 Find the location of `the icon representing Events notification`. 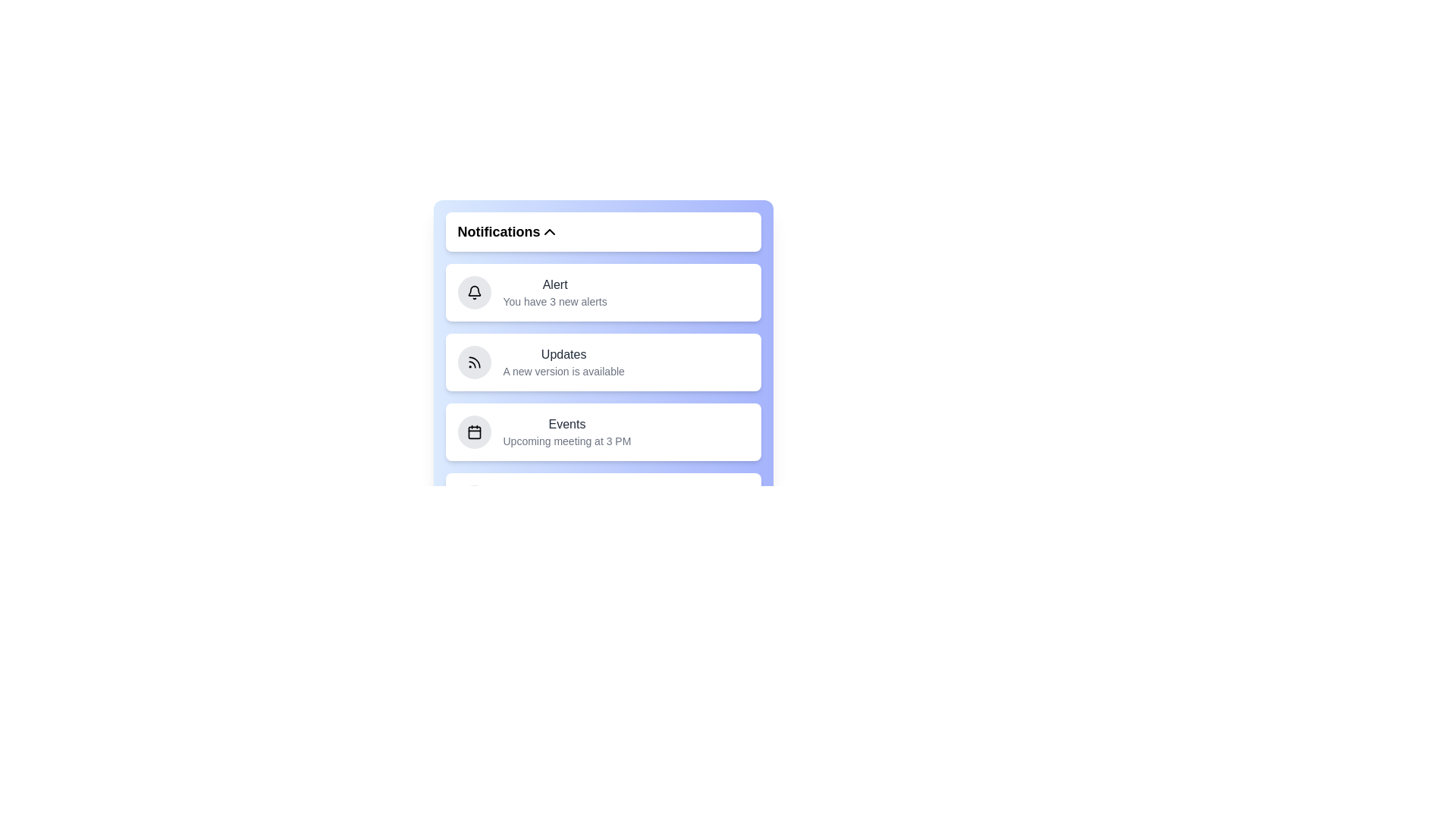

the icon representing Events notification is located at coordinates (473, 432).